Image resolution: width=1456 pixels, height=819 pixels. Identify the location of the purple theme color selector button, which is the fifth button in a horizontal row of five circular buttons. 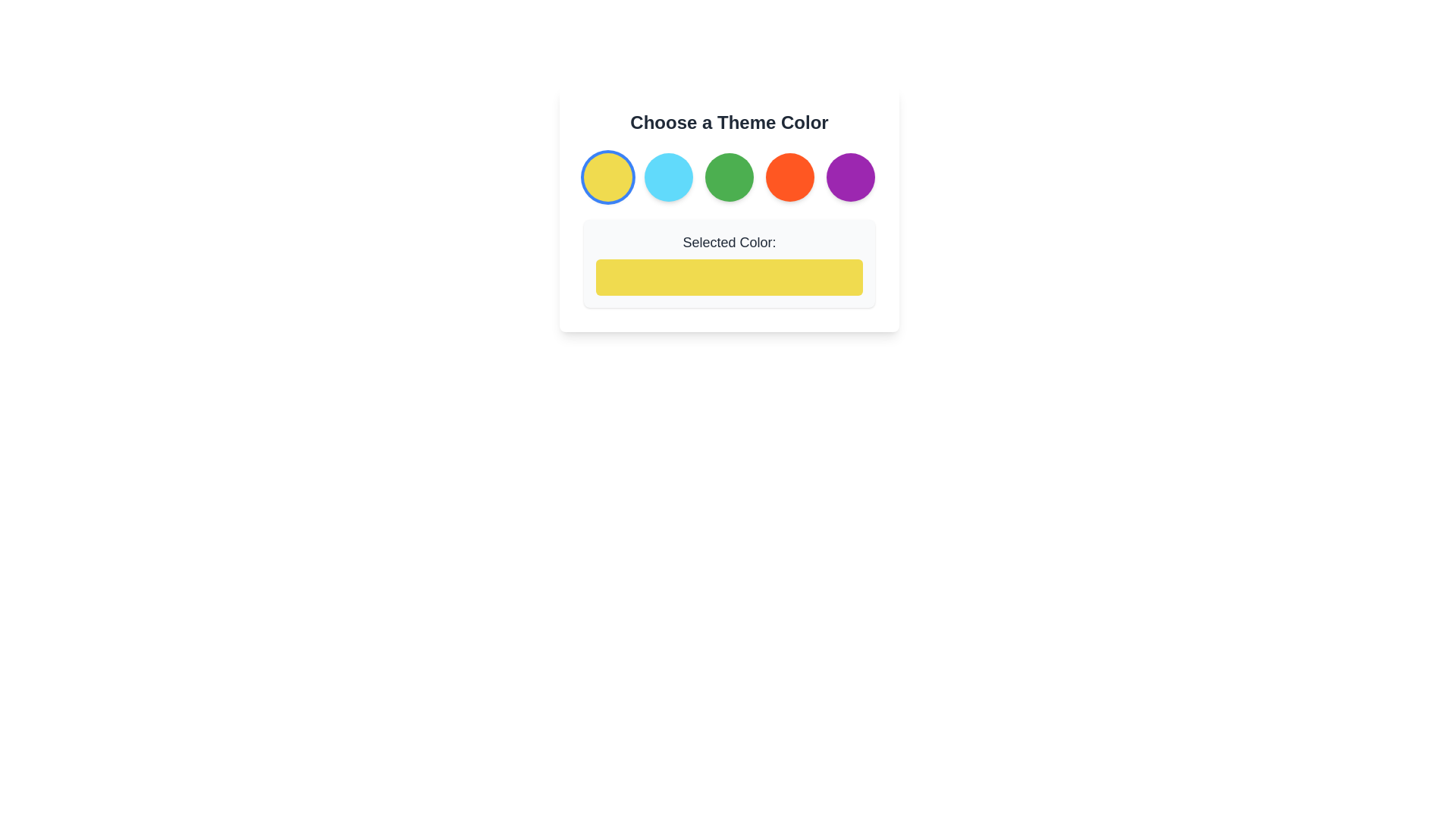
(851, 177).